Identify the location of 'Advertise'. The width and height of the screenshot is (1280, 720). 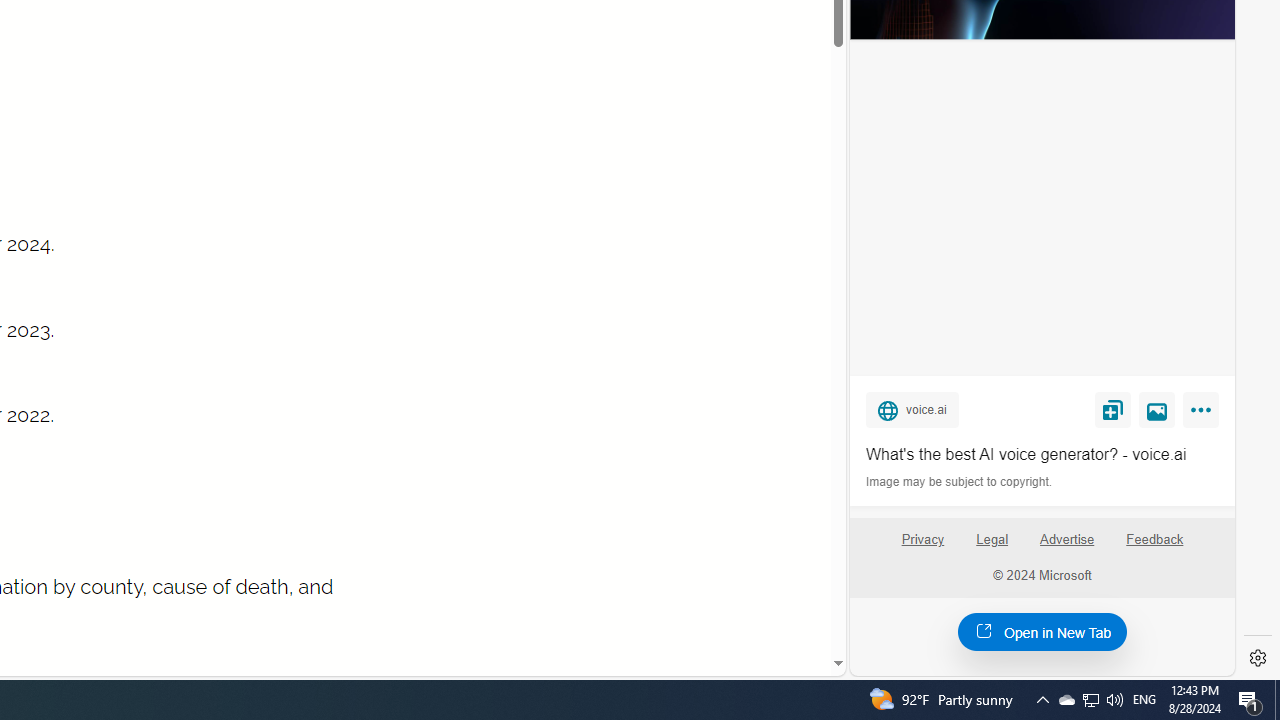
(1065, 538).